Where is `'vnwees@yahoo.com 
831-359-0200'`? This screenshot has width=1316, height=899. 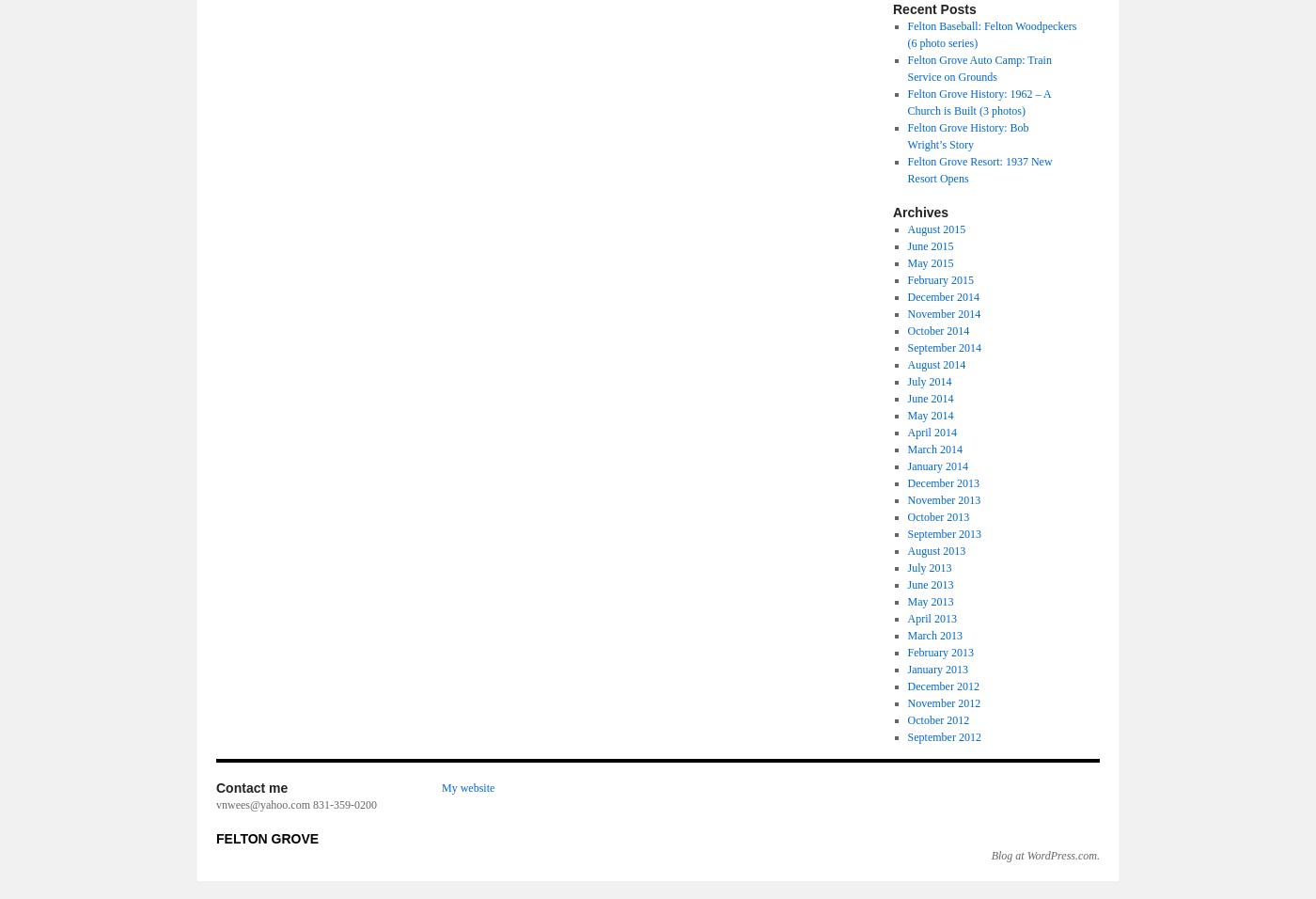
'vnwees@yahoo.com 
831-359-0200' is located at coordinates (216, 805).